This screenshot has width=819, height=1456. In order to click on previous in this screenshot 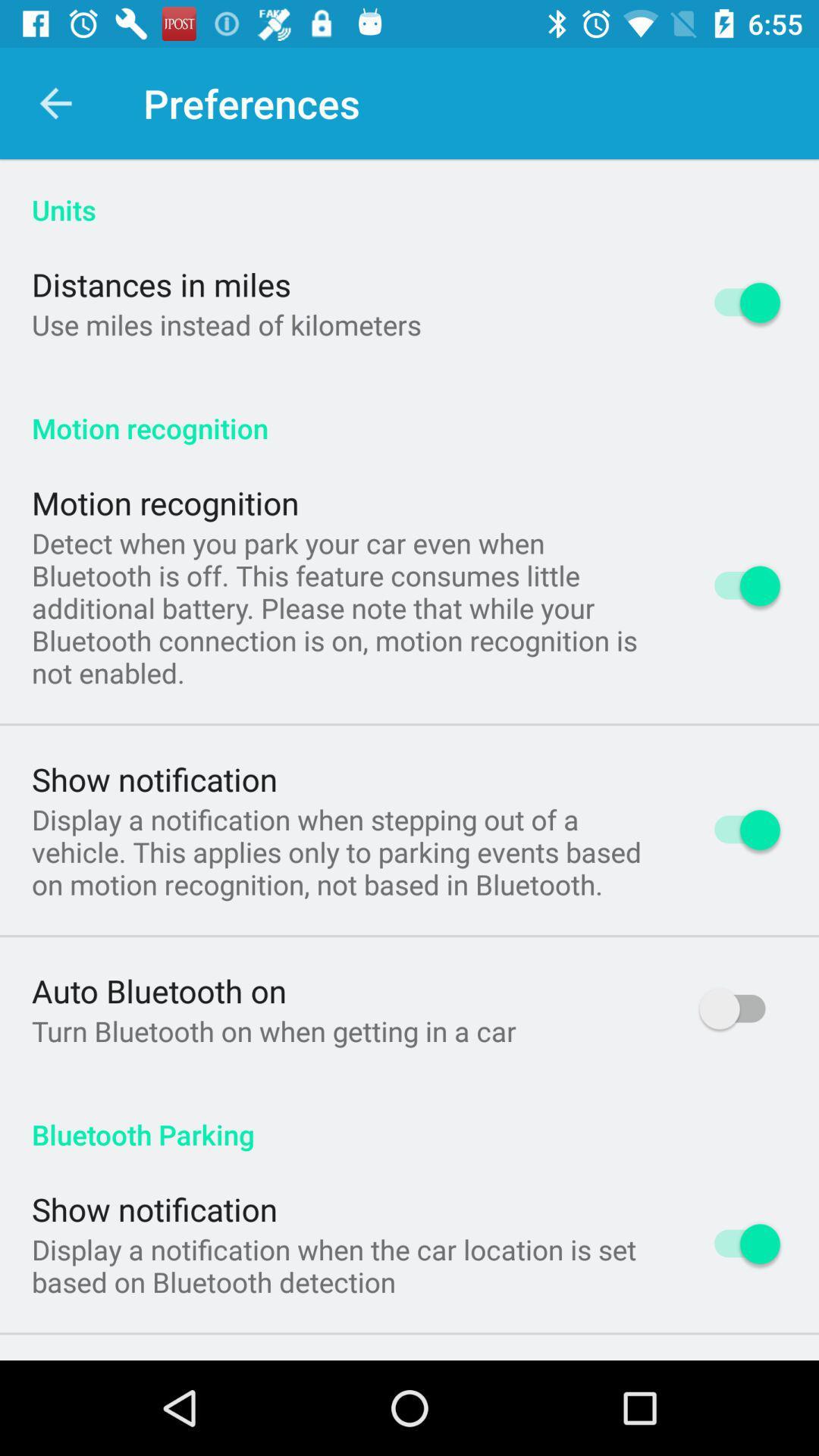, I will do `click(55, 102)`.